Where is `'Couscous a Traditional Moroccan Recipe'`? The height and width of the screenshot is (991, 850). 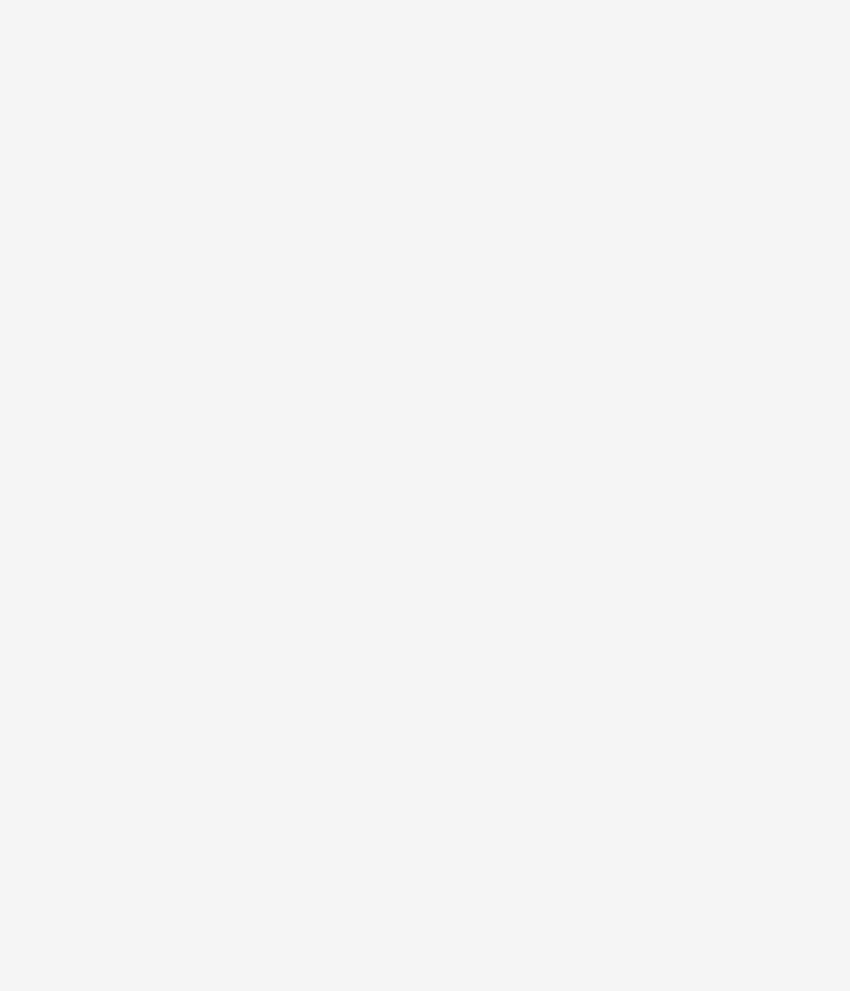
'Couscous a Traditional Moroccan Recipe' is located at coordinates (544, 407).